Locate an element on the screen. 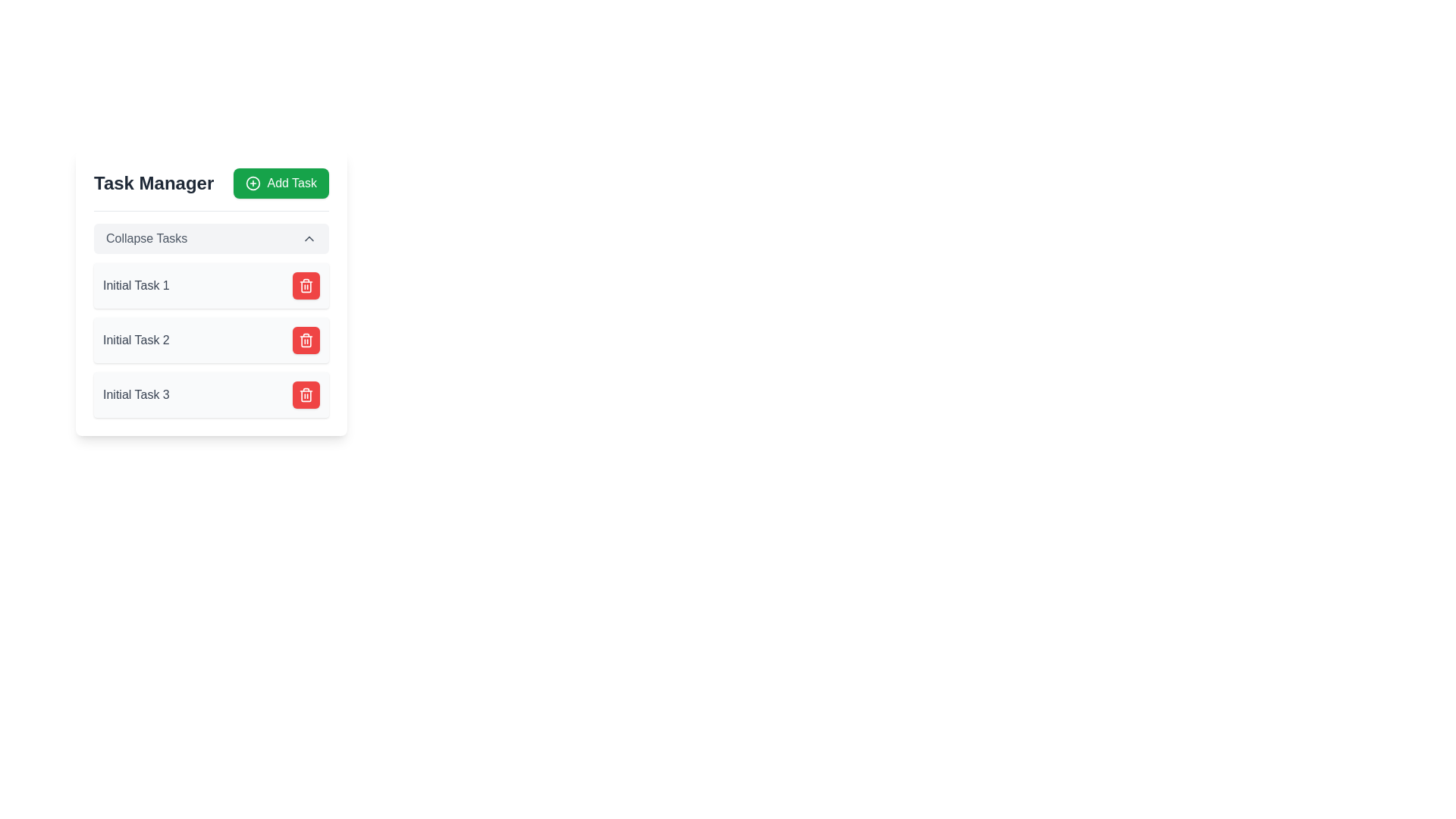 The height and width of the screenshot is (819, 1456). the 'Task Manager' label, which serves as a static heading for the section and is positioned to the left of the 'Add Task' button is located at coordinates (154, 183).